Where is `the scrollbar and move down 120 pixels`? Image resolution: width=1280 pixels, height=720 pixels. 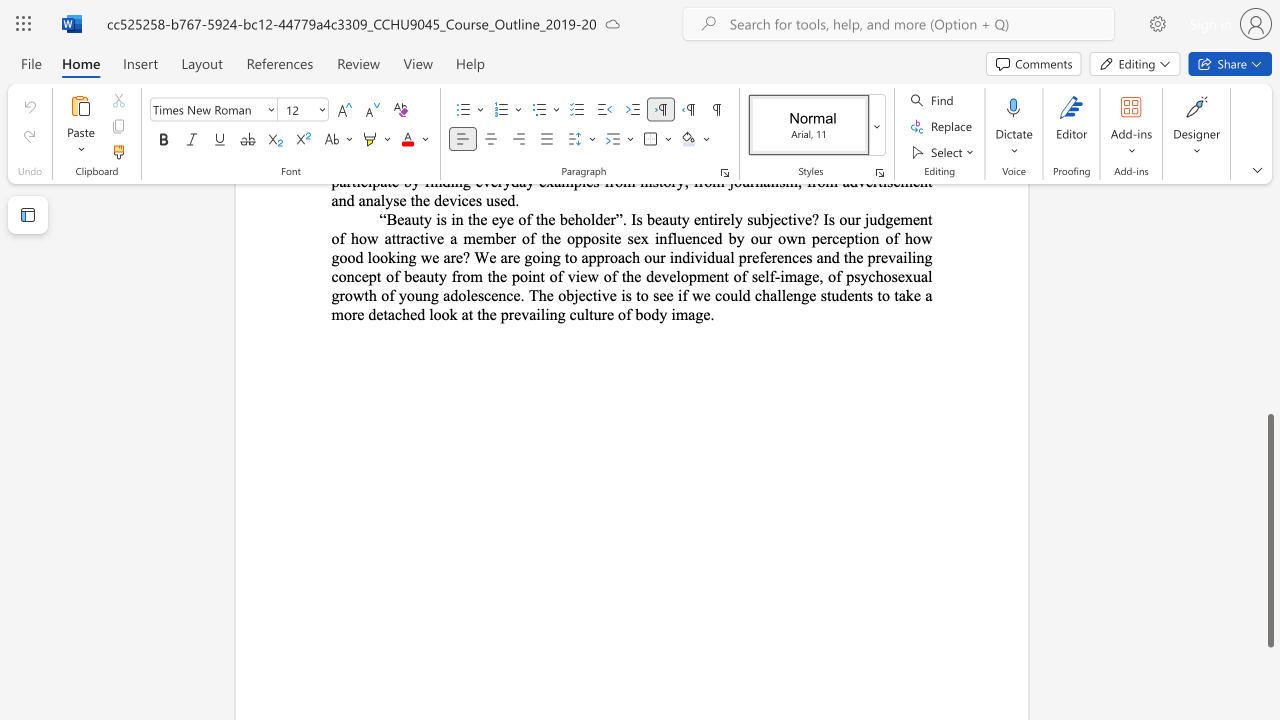 the scrollbar and move down 120 pixels is located at coordinates (1269, 529).